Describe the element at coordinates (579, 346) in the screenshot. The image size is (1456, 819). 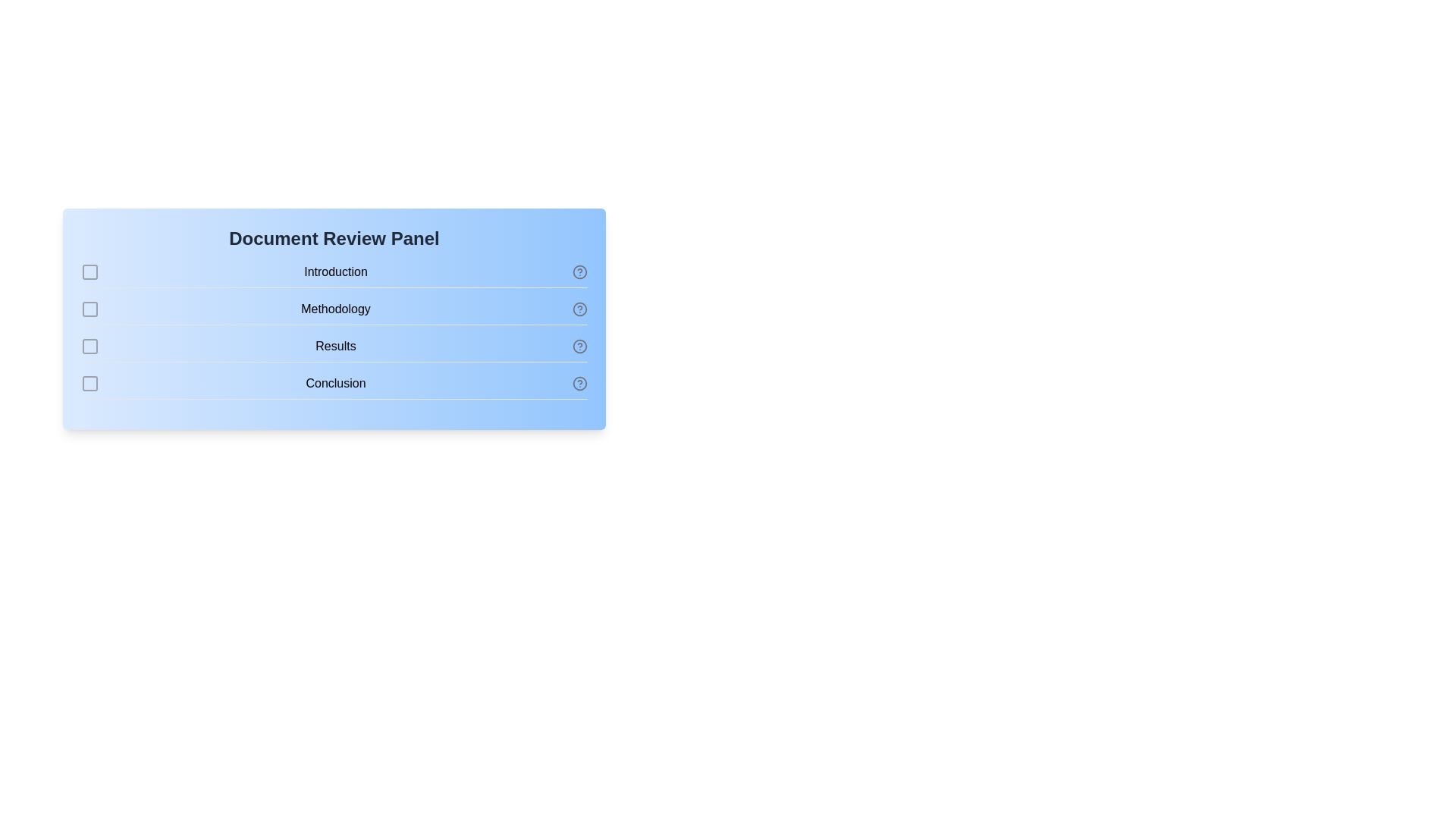
I see `the information icon for the Results section to view its tooltip` at that location.